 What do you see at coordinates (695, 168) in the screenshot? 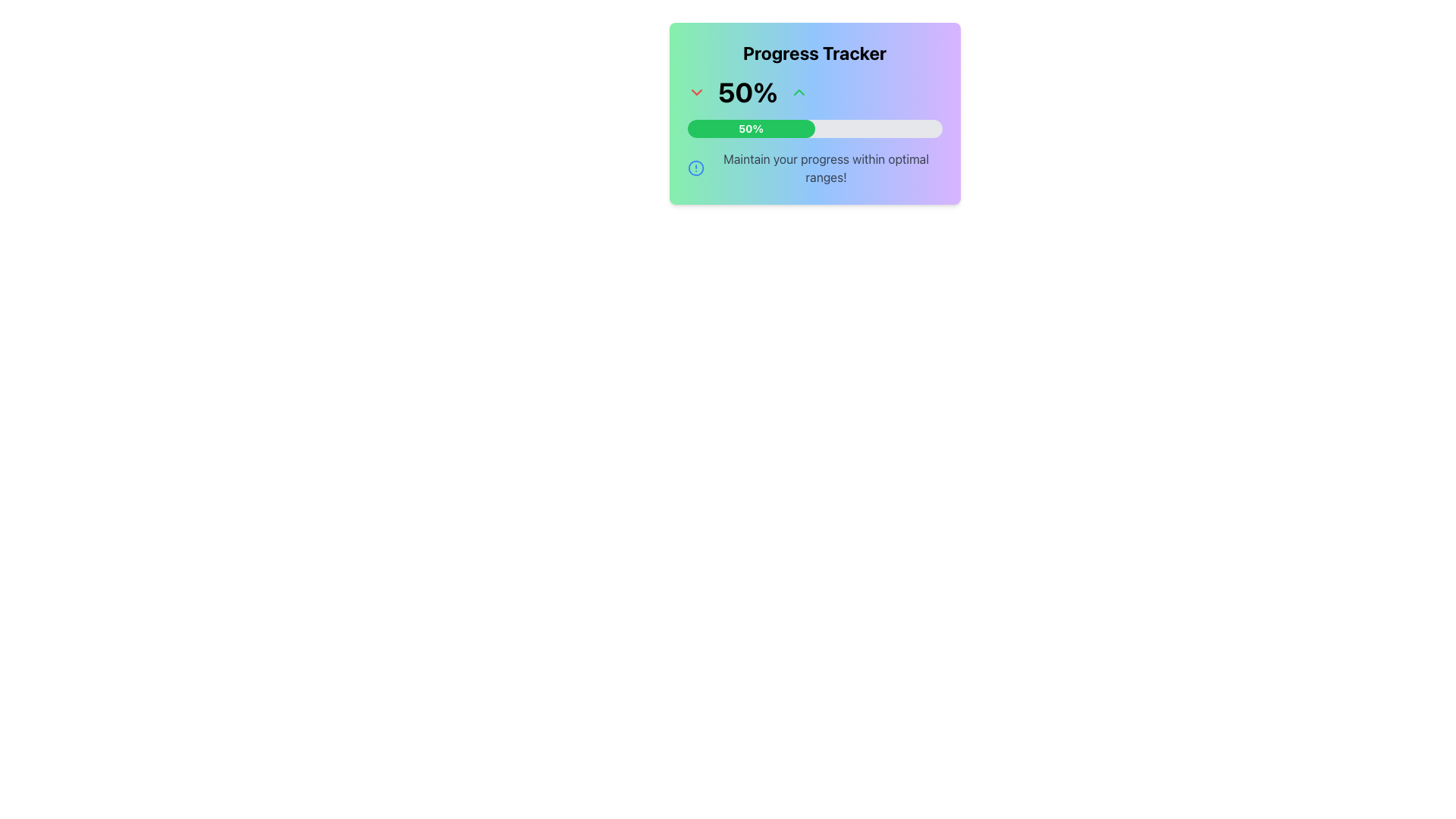
I see `the icon located in the bottom left corner of the text 'Maintain your progress within optimal ranges!', which serves as a visual indicator for the message` at bounding box center [695, 168].